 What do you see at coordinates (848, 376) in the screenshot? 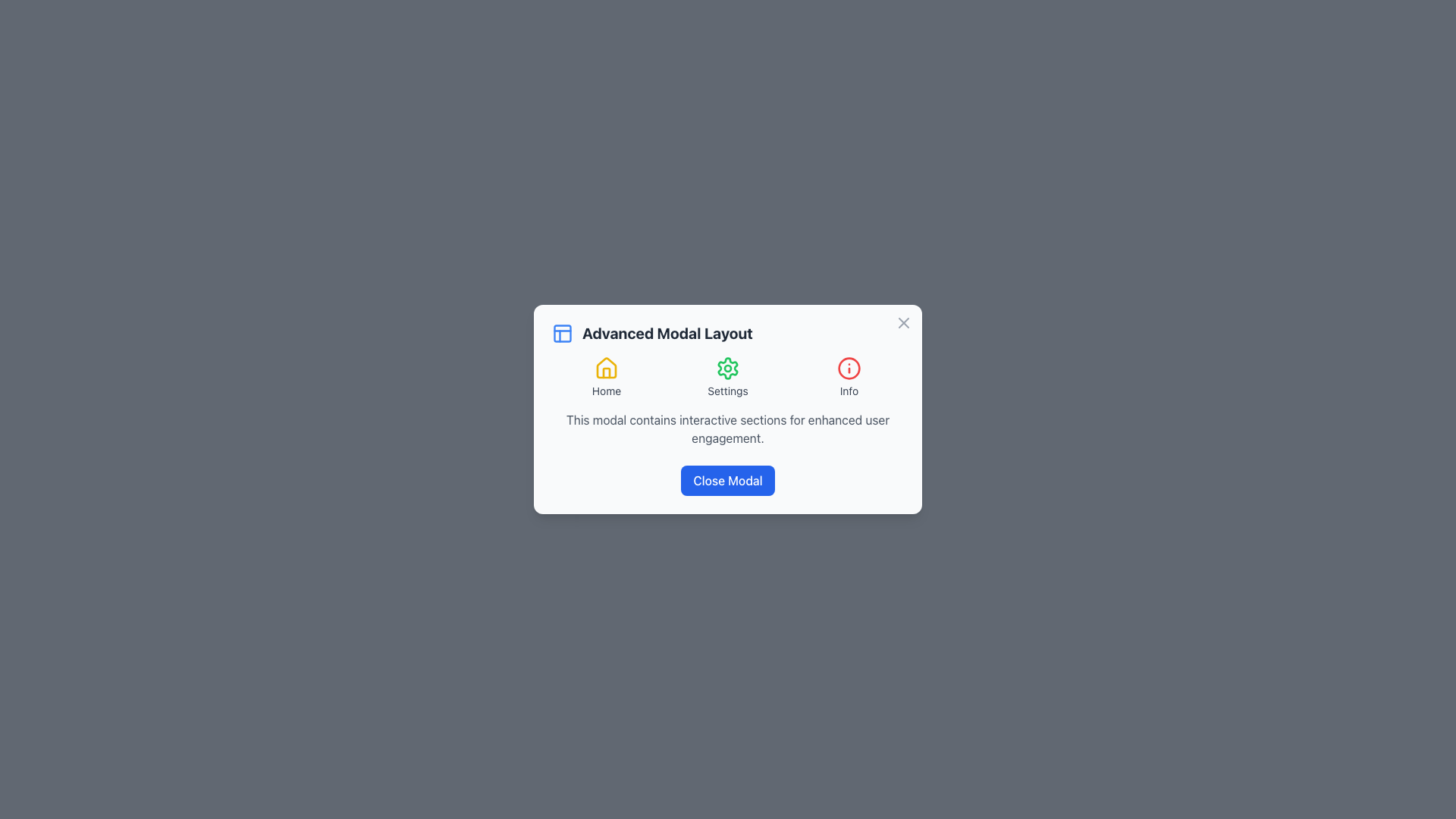
I see `the 'Info' Icon with Text Label, which is the third item in a row of three labeled 'Home', 'Settings', and 'Info', located centrally within the modal` at bounding box center [848, 376].